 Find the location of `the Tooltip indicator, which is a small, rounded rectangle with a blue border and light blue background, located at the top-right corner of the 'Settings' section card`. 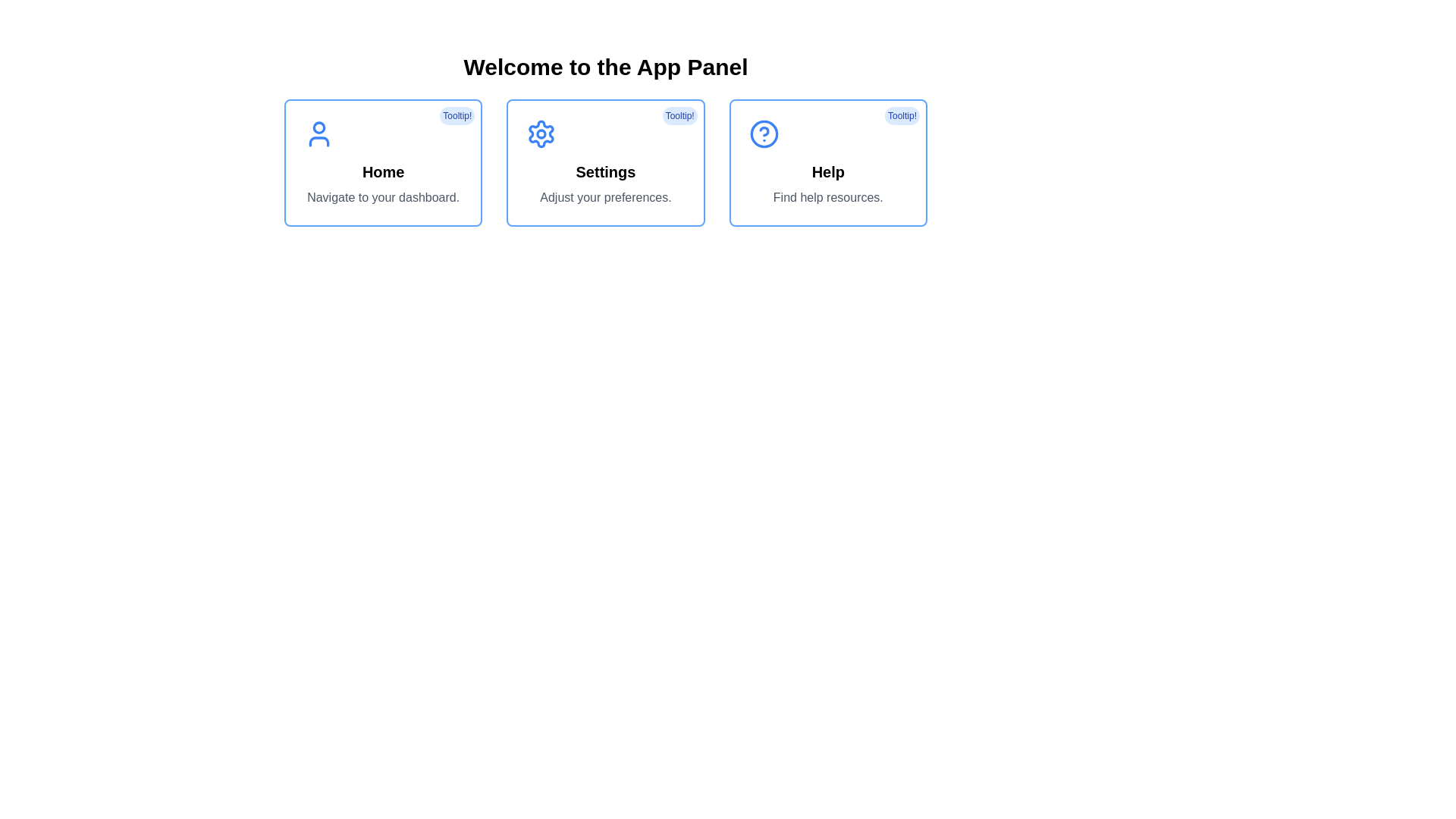

the Tooltip indicator, which is a small, rounded rectangle with a blue border and light blue background, located at the top-right corner of the 'Settings' section card is located at coordinates (679, 115).